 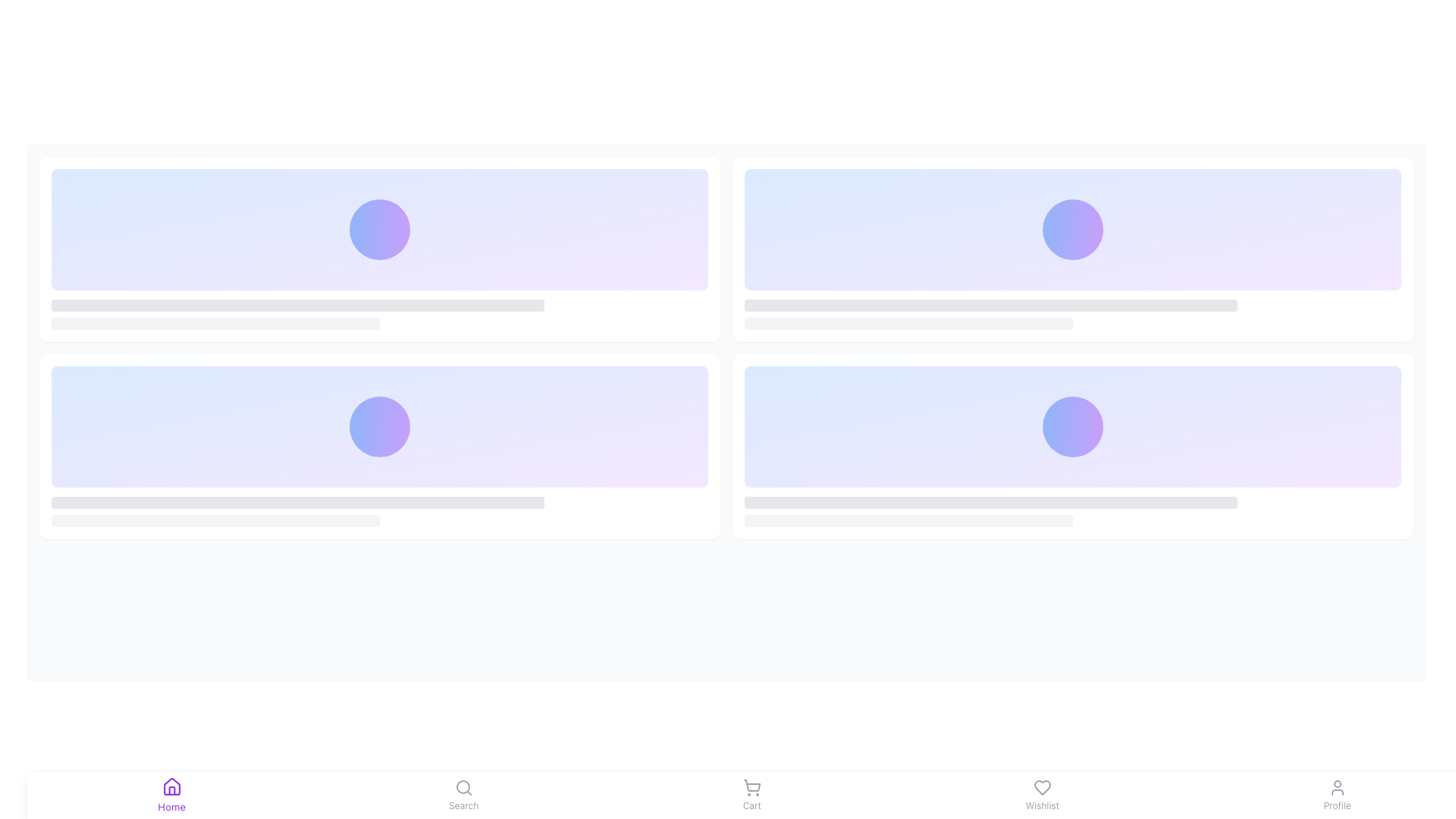 I want to click on the 'Wishlist' text label located beneath the heart-shaped icon in the bottom navigation bar, so click(x=1041, y=805).